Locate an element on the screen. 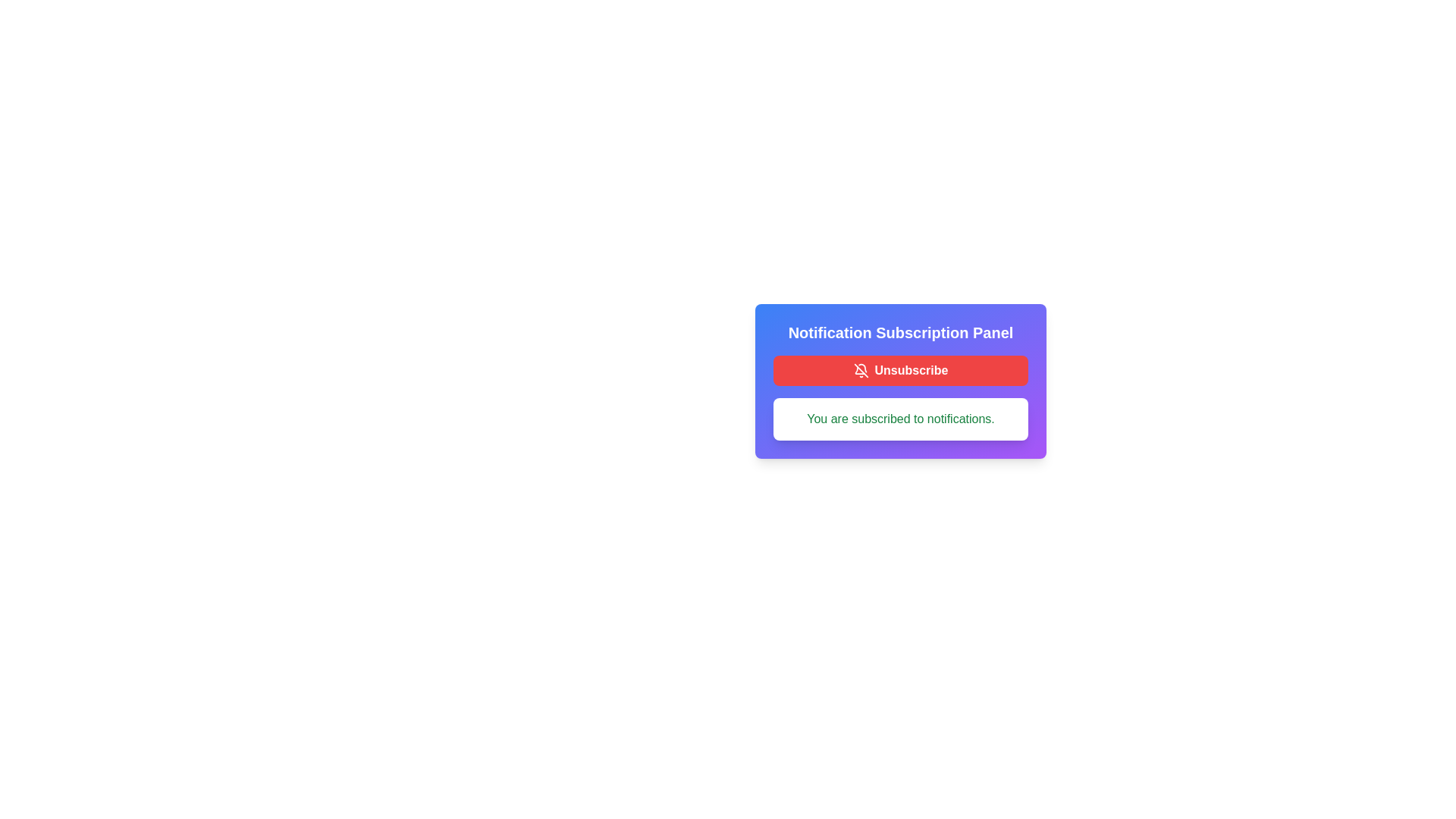 This screenshot has width=1456, height=819. the top-left curved outline of the bell-off icon within the SVG component, which indicates a disabled notification state, located next to the 'Unsubscribe' button is located at coordinates (862, 368).